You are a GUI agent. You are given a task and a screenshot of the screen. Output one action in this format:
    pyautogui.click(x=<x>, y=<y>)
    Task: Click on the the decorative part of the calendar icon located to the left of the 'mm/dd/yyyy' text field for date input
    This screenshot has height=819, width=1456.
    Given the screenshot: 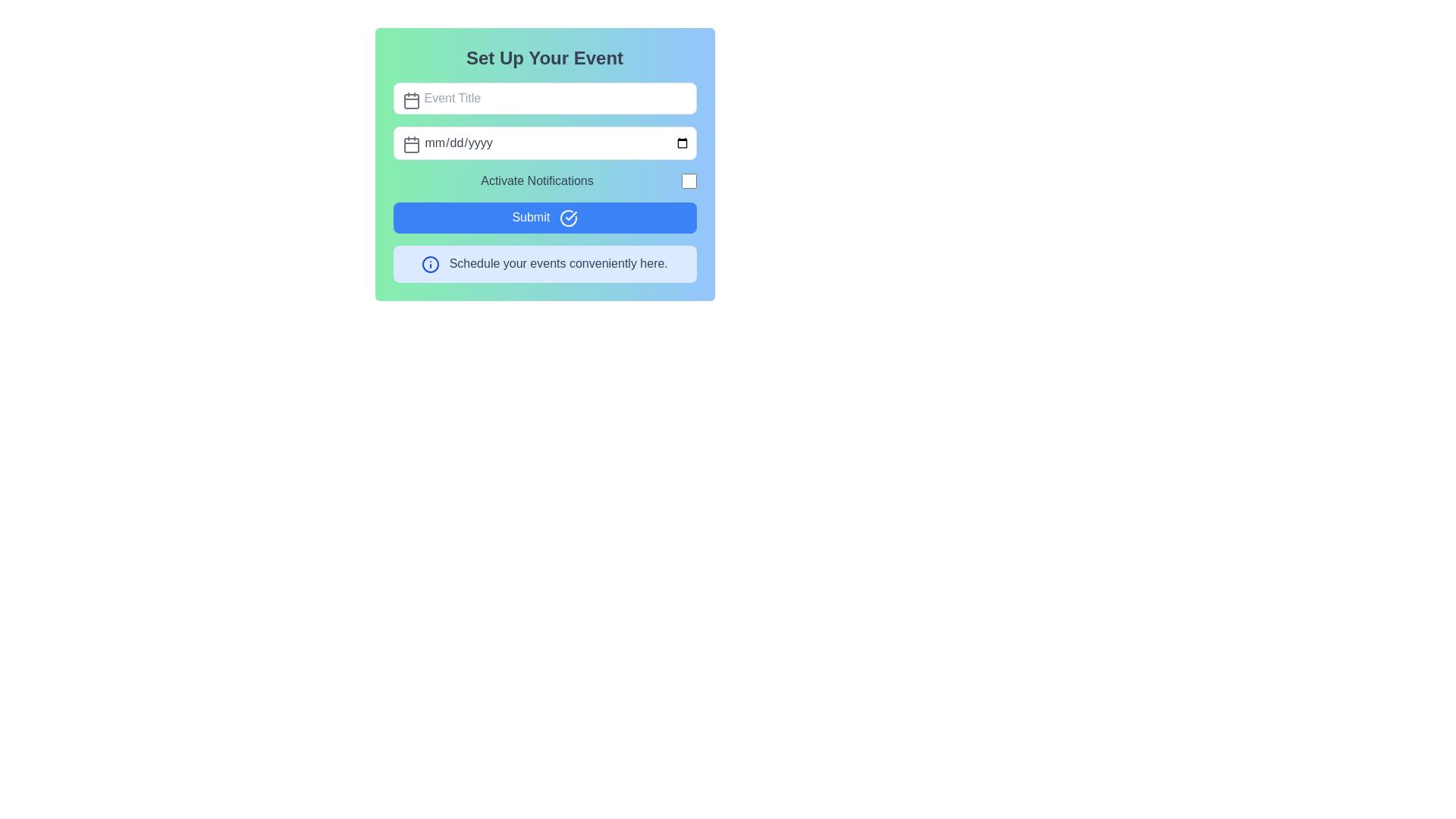 What is the action you would take?
    pyautogui.click(x=411, y=146)
    